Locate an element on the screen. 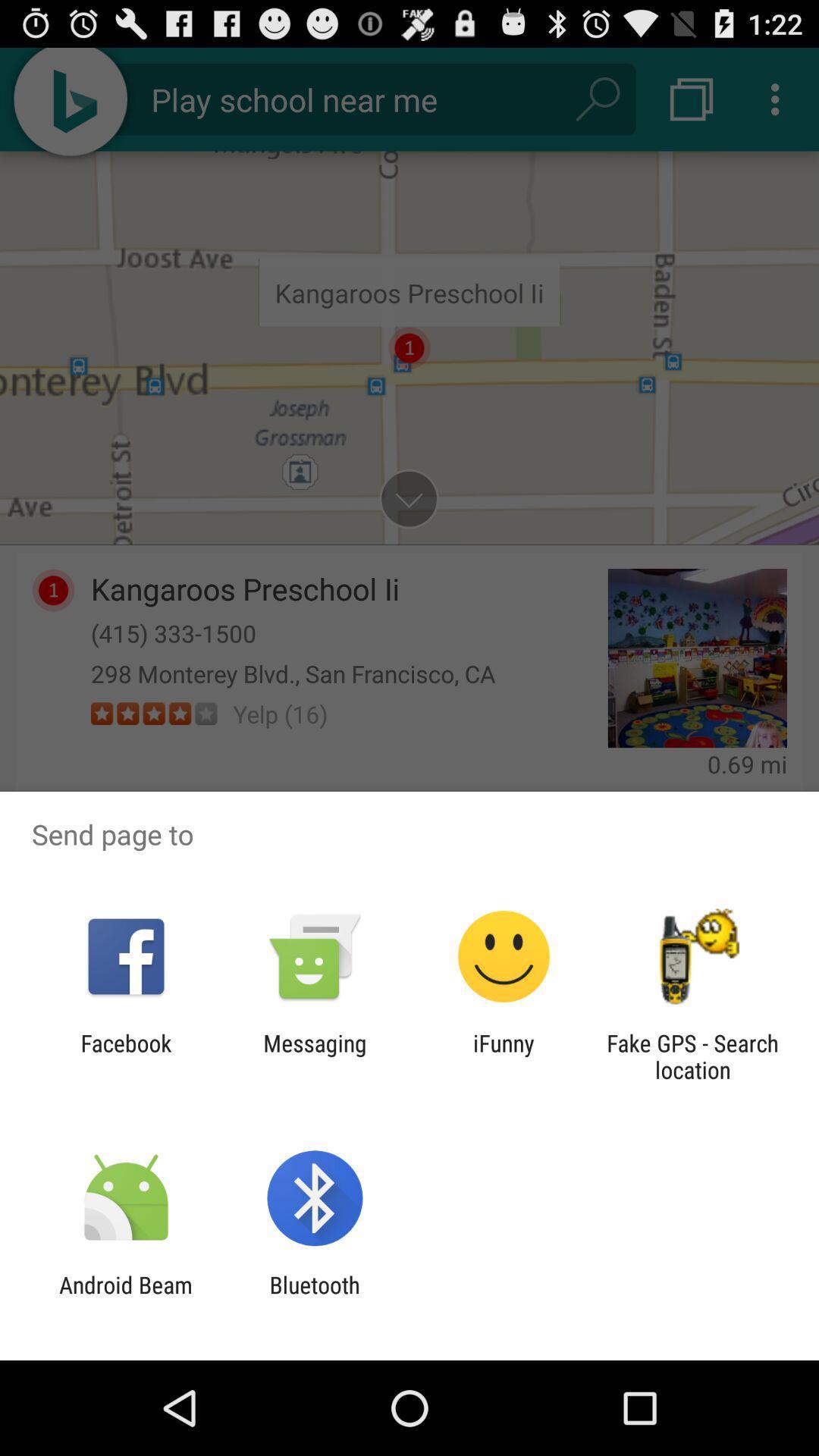 Image resolution: width=819 pixels, height=1456 pixels. fake gps search icon is located at coordinates (692, 1056).